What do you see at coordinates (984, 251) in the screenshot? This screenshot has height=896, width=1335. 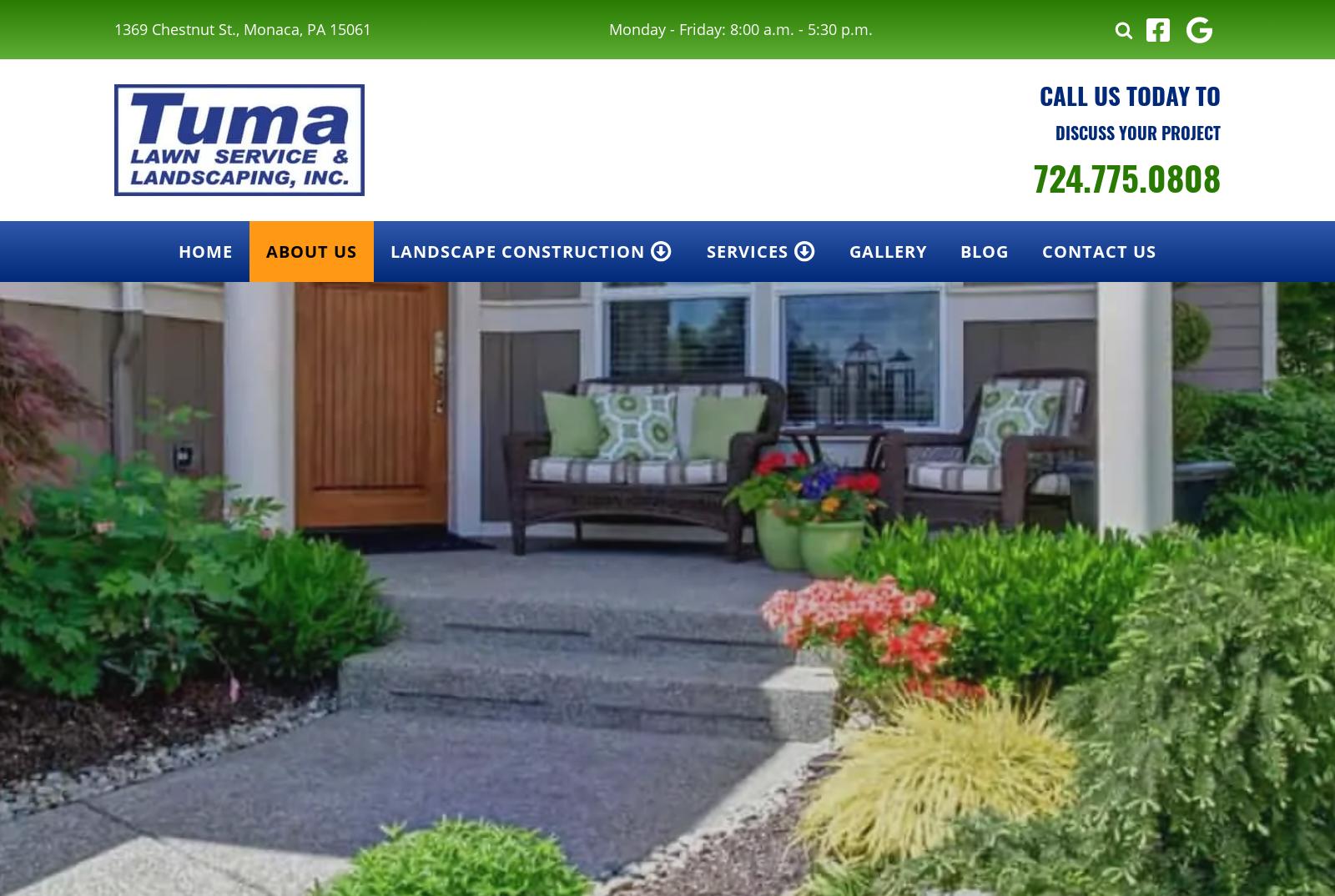 I see `'Blog'` at bounding box center [984, 251].